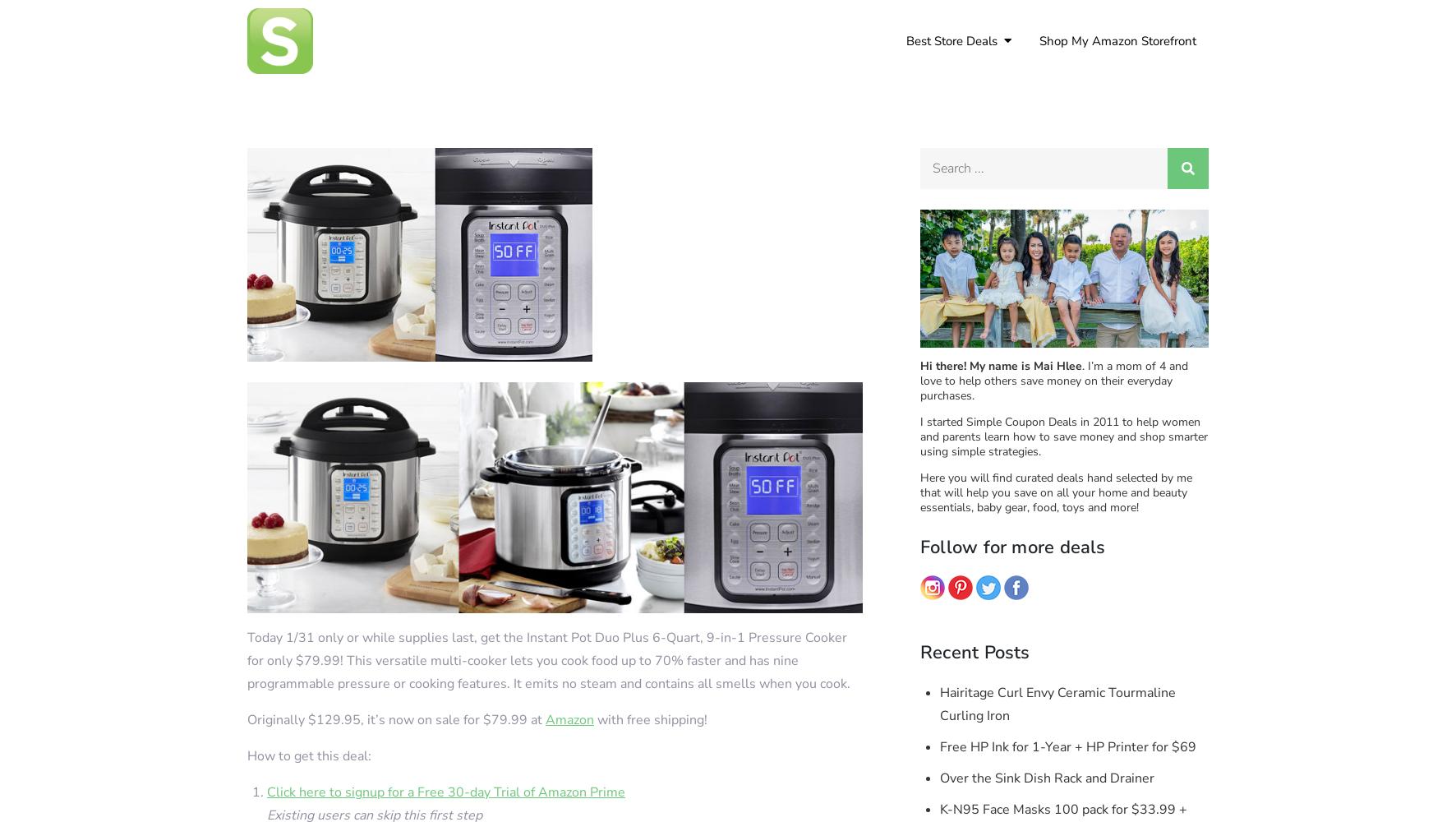 This screenshot has width=1456, height=822. Describe the element at coordinates (247, 660) in the screenshot. I see `'Today 1/31 only or while supplies last, get the Instant Pot Duo Plus 6-Quart, 9-in-1 Pressure Cooker for only $79.99! This versatile multi-cooker lets you cook food up to 70% faster and has nine programmable pressure or cooking features. It emits no steam and contains all smells when you cook.'` at that location.